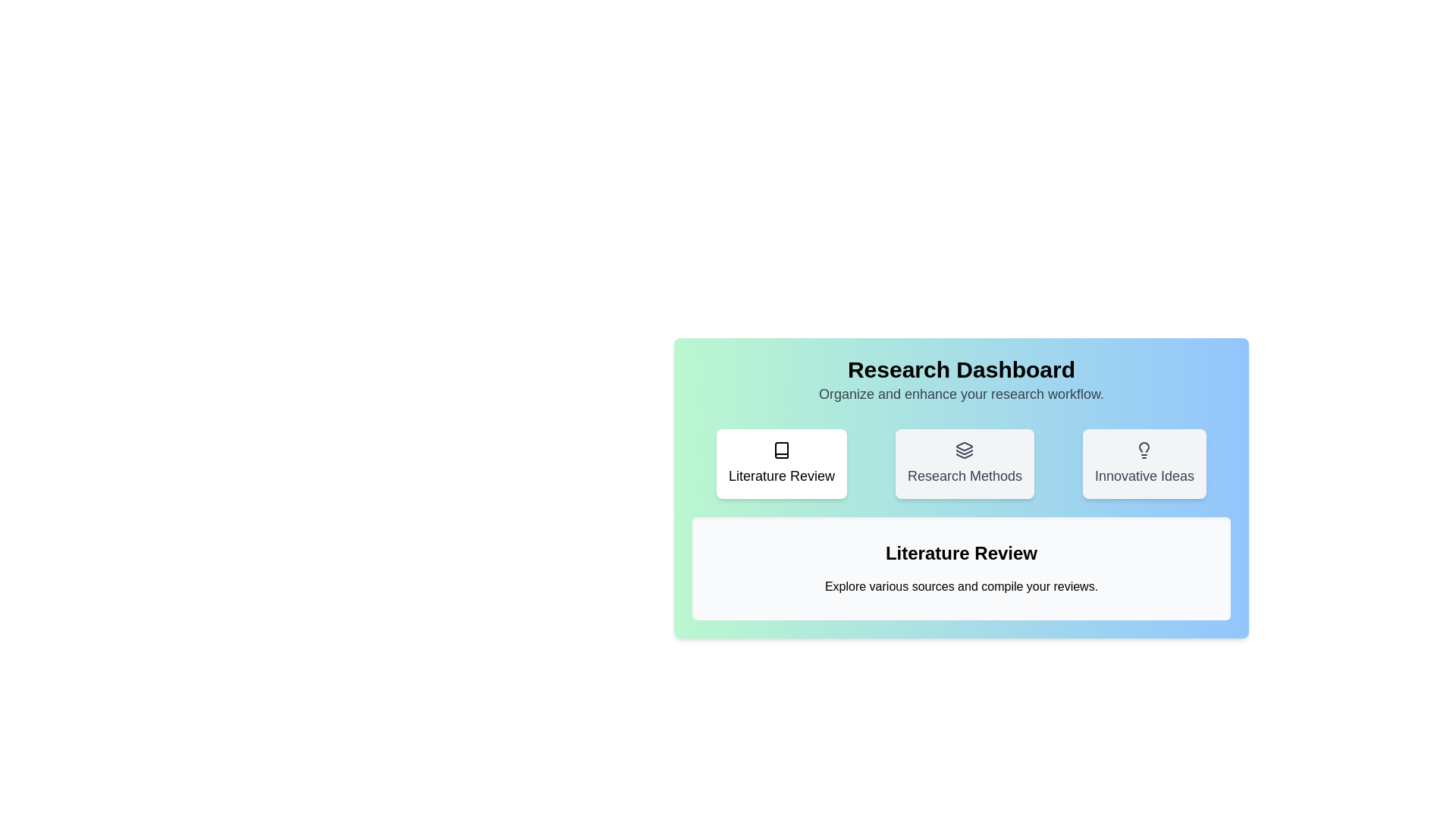 Image resolution: width=1456 pixels, height=819 pixels. Describe the element at coordinates (964, 463) in the screenshot. I see `the 'Research Methods' button` at that location.